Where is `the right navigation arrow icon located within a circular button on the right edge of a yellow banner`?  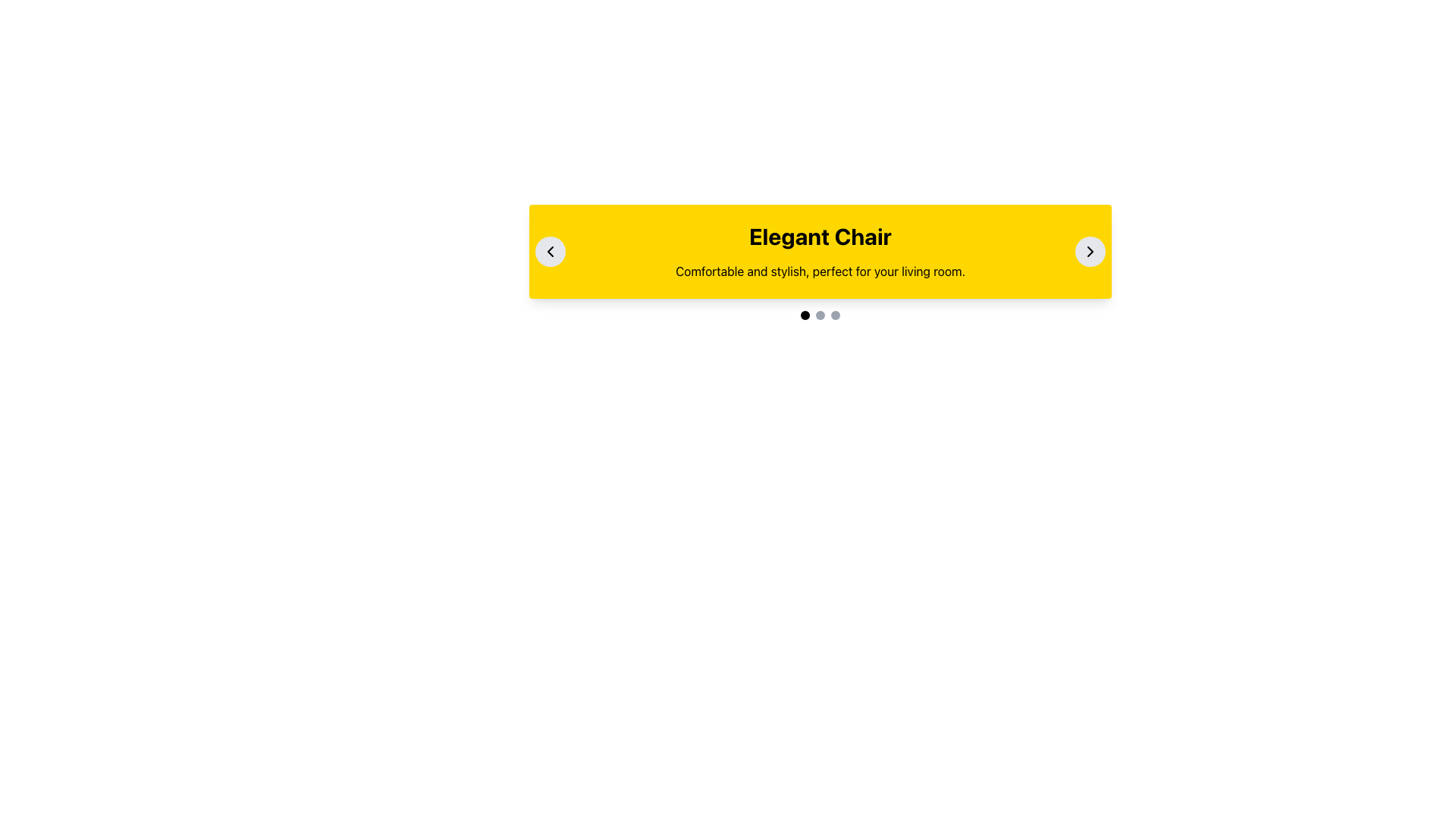
the right navigation arrow icon located within a circular button on the right edge of a yellow banner is located at coordinates (1090, 250).